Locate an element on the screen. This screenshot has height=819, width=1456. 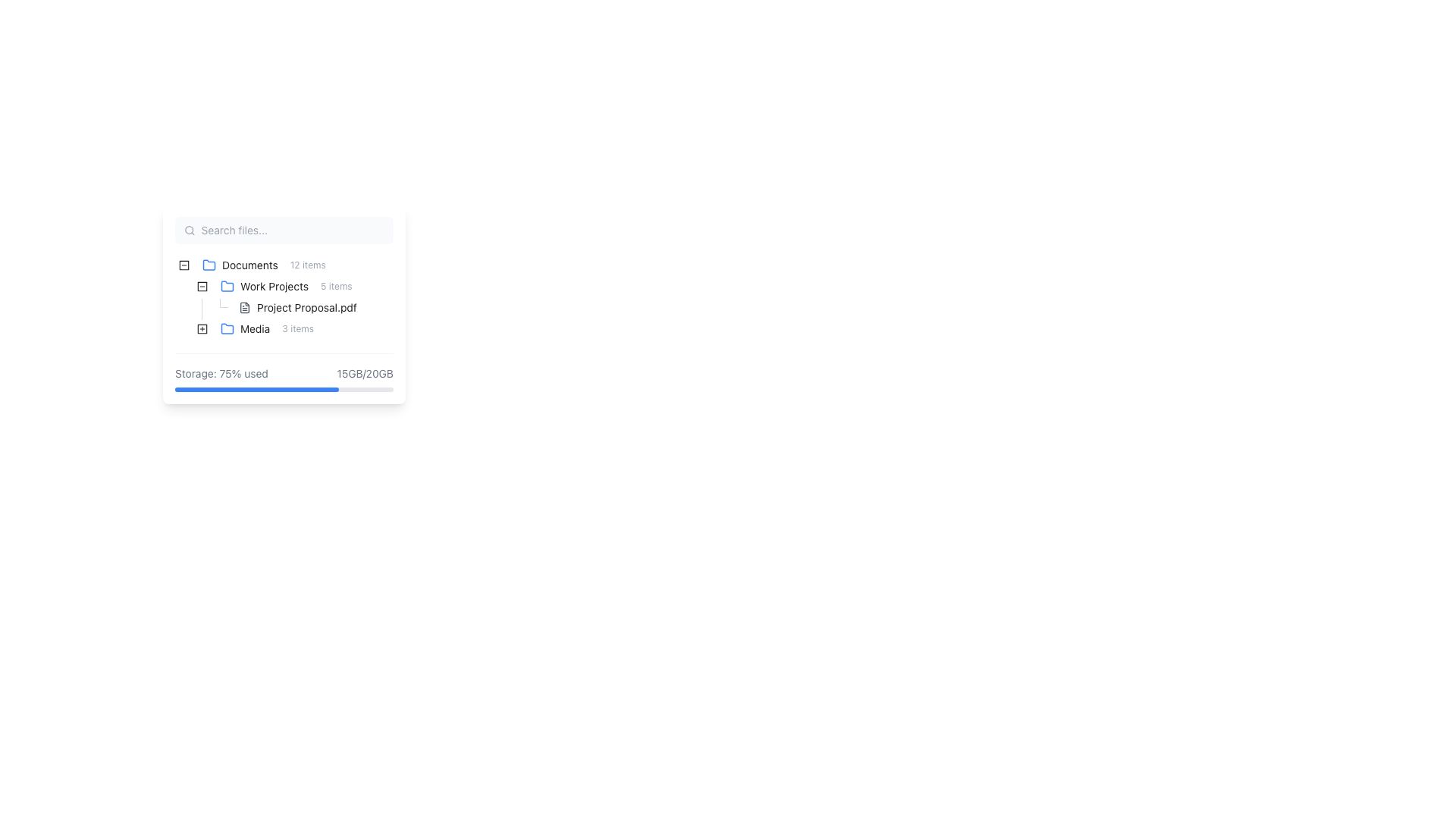
the blue folder icon representing the 'Work Projects' directory in the file explorer hierarchy is located at coordinates (226, 287).